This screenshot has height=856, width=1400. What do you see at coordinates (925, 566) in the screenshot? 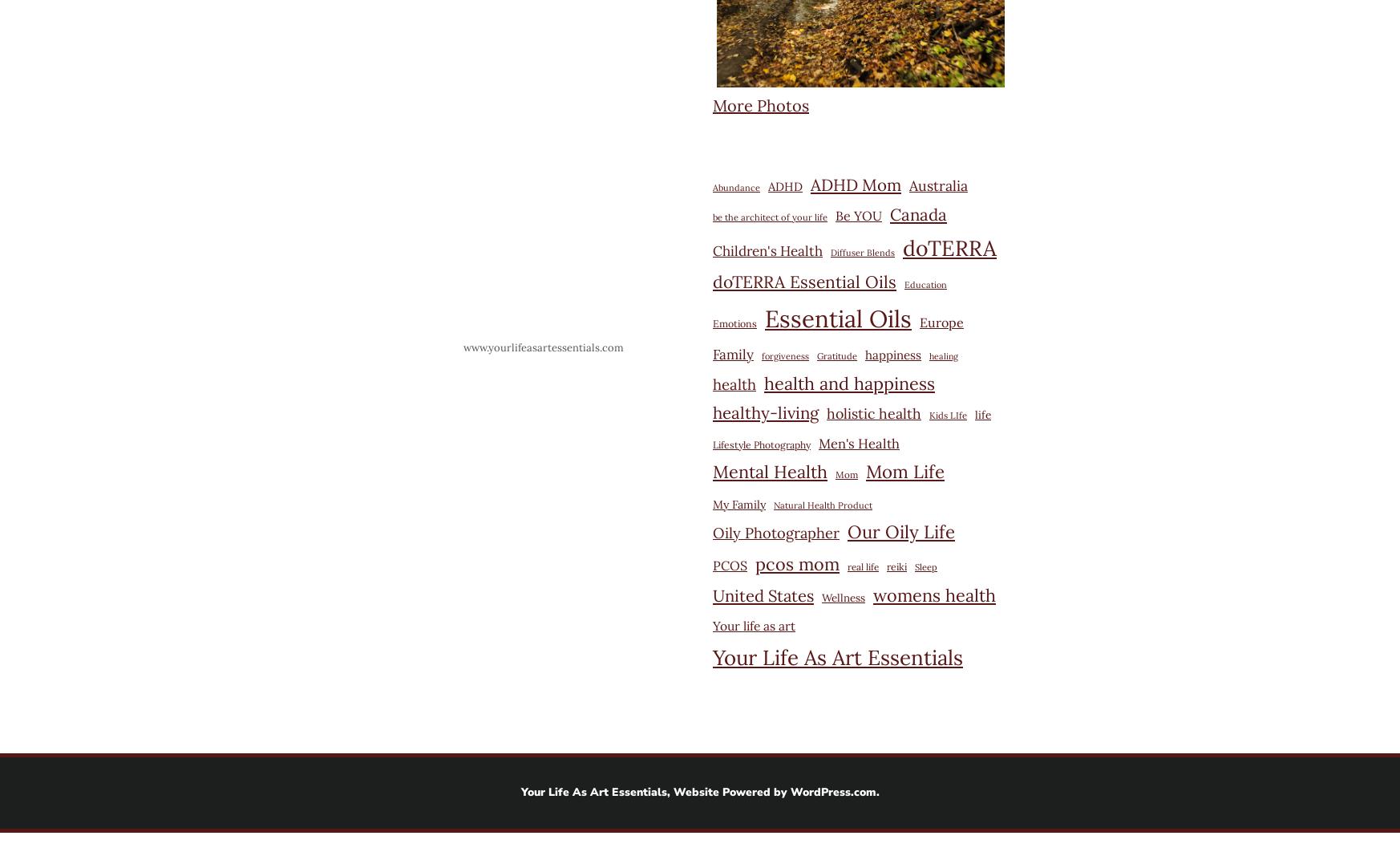
I see `'Sleep'` at bounding box center [925, 566].